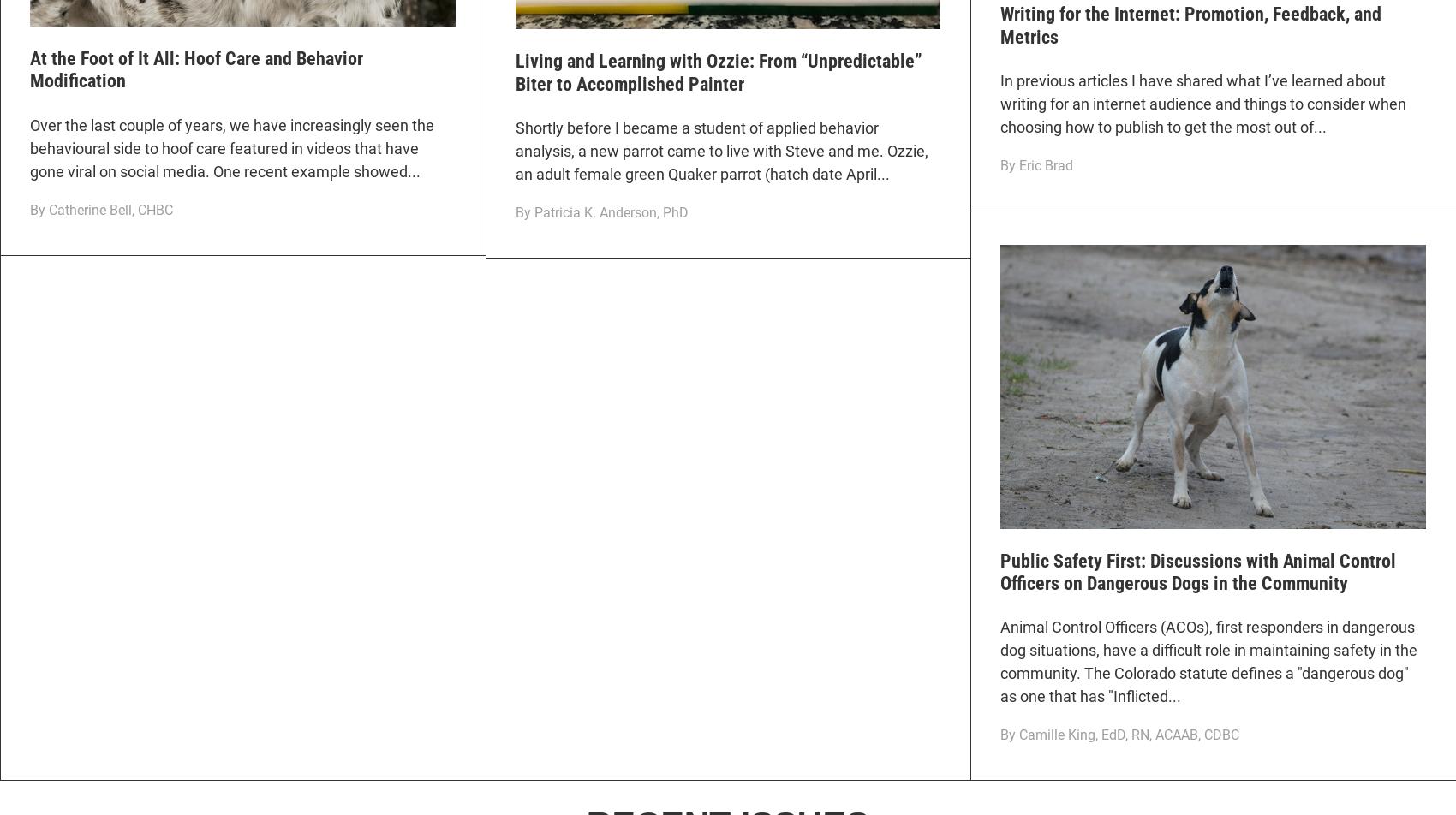  I want to click on 'In previous articles I have shared what I’ve learned about writing for an internet audience and things to consider when choosing how to publish to get the most out of...', so click(1202, 104).